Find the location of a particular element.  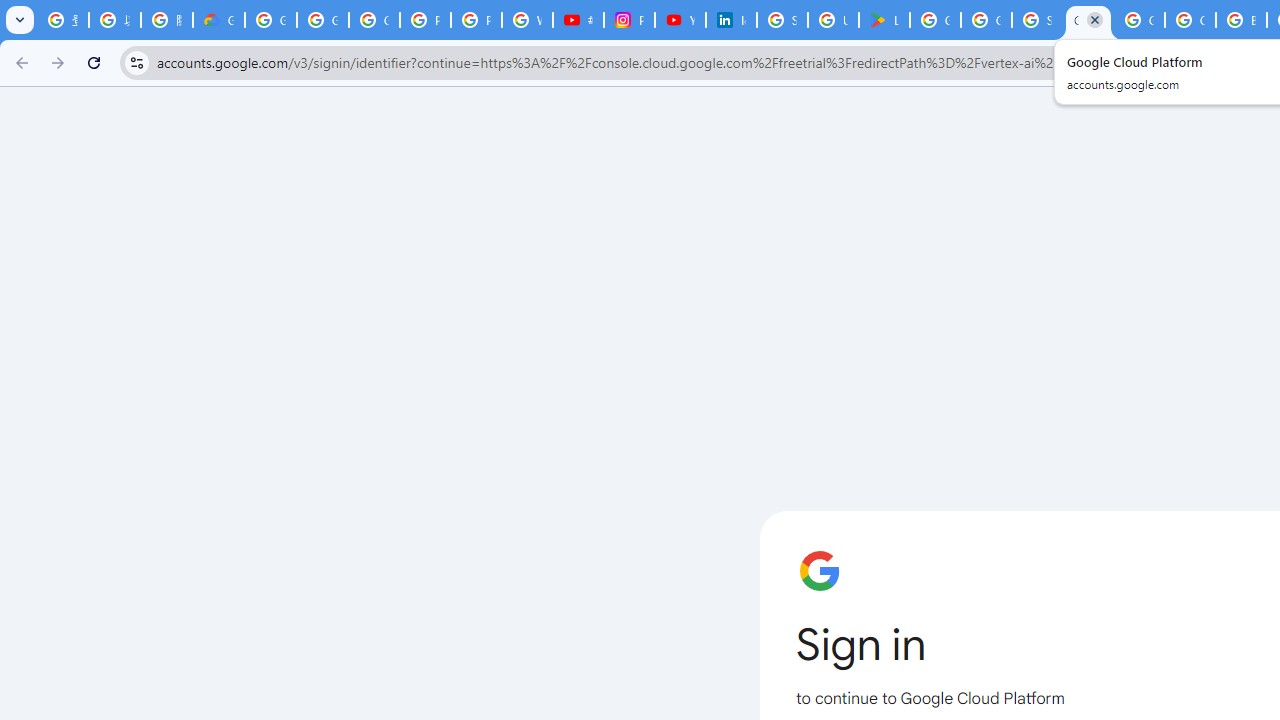

'Privacy Help Center - Policies Help' is located at coordinates (475, 20).